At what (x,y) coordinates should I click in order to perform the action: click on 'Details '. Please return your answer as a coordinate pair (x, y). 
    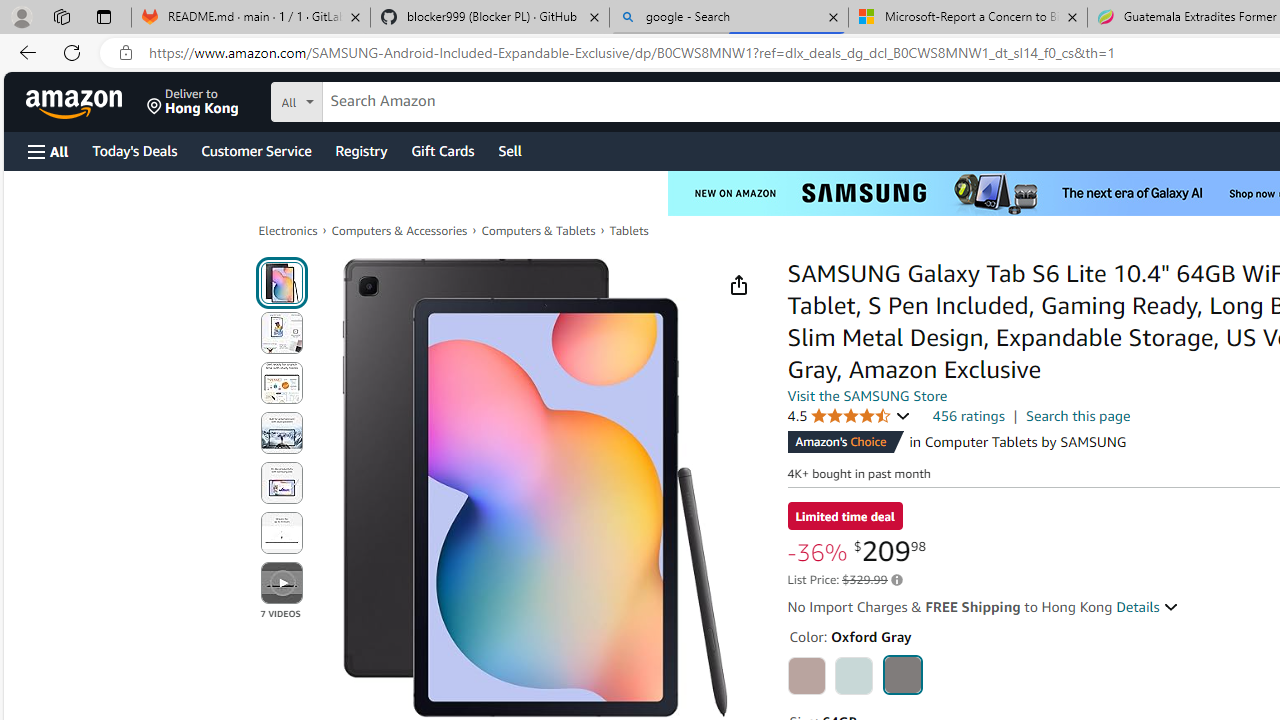
    Looking at the image, I should click on (1148, 605).